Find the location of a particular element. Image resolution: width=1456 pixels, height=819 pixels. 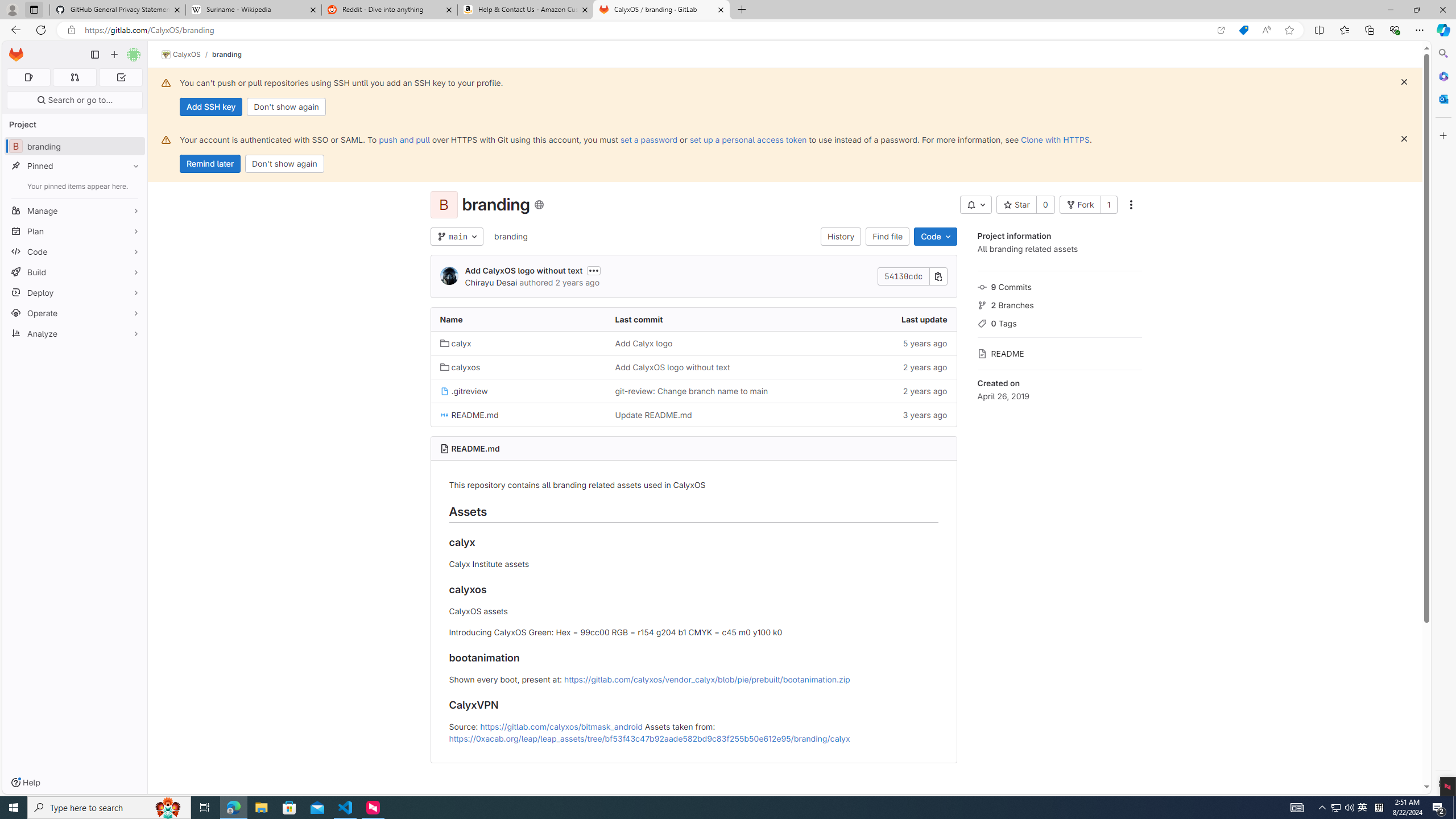

'Primary navigation sidebar' is located at coordinates (94, 54).